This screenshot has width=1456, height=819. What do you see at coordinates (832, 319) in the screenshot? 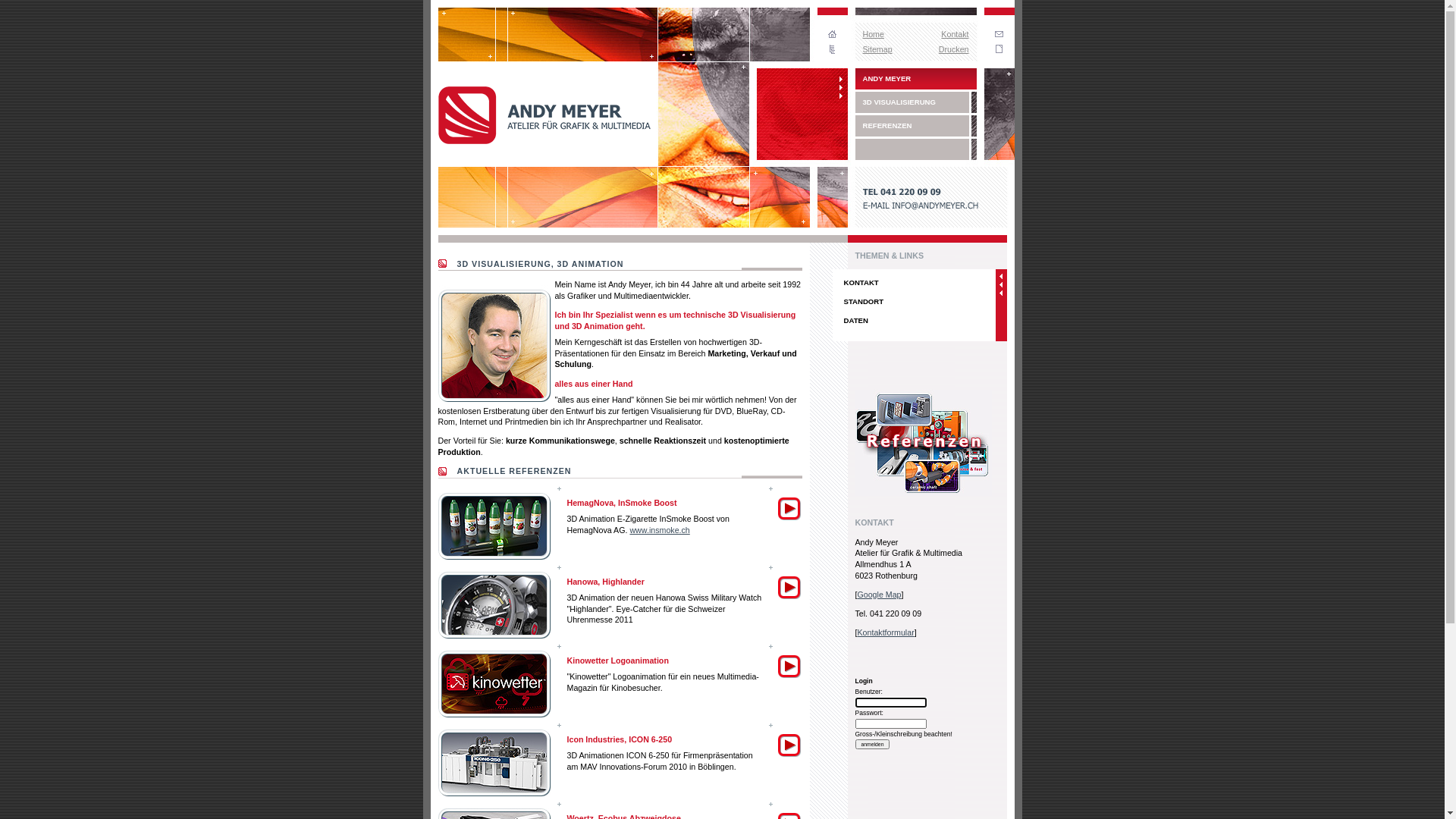
I see `'DATEN'` at bounding box center [832, 319].